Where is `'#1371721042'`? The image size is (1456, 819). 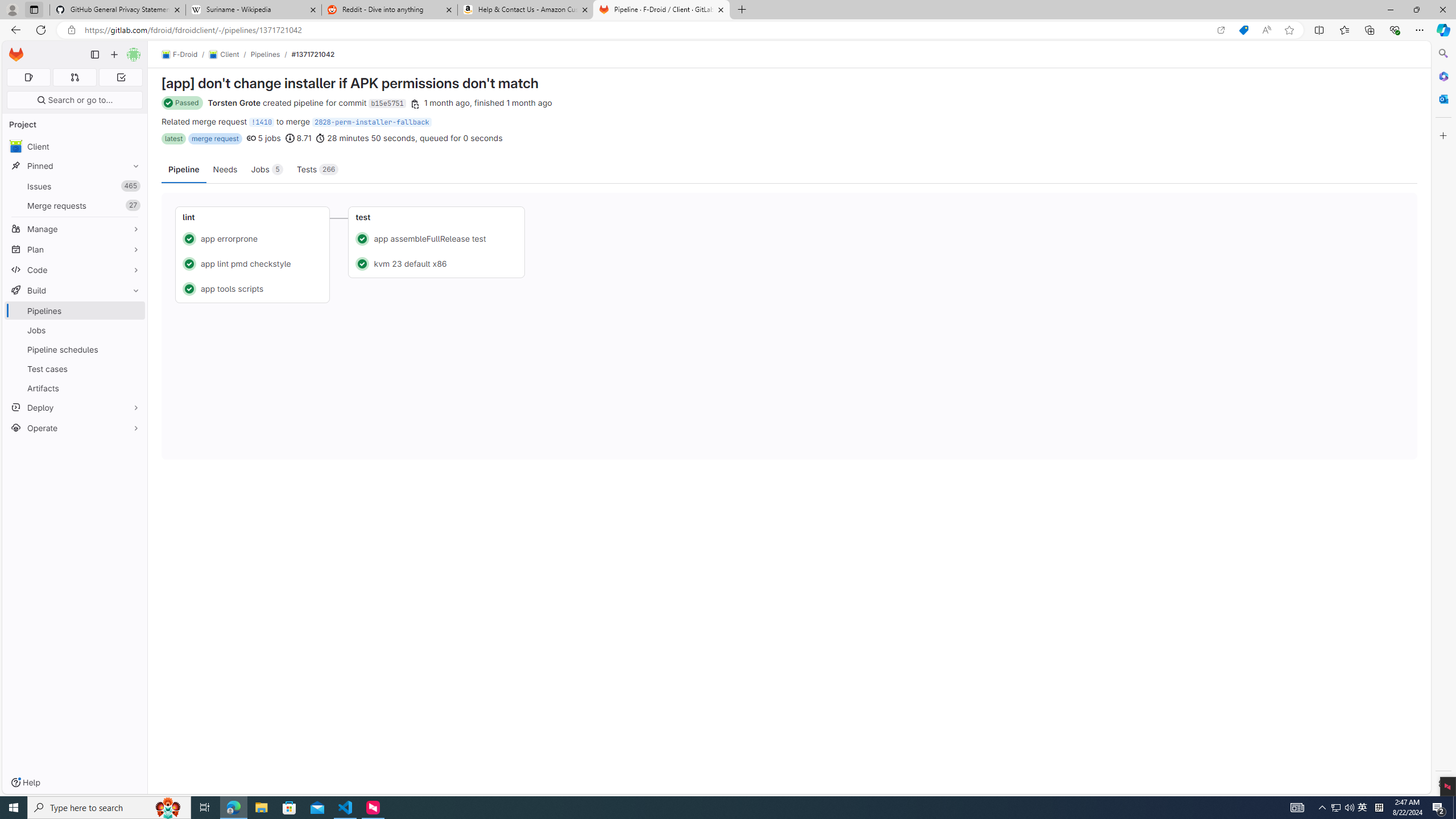 '#1371721042' is located at coordinates (313, 54).